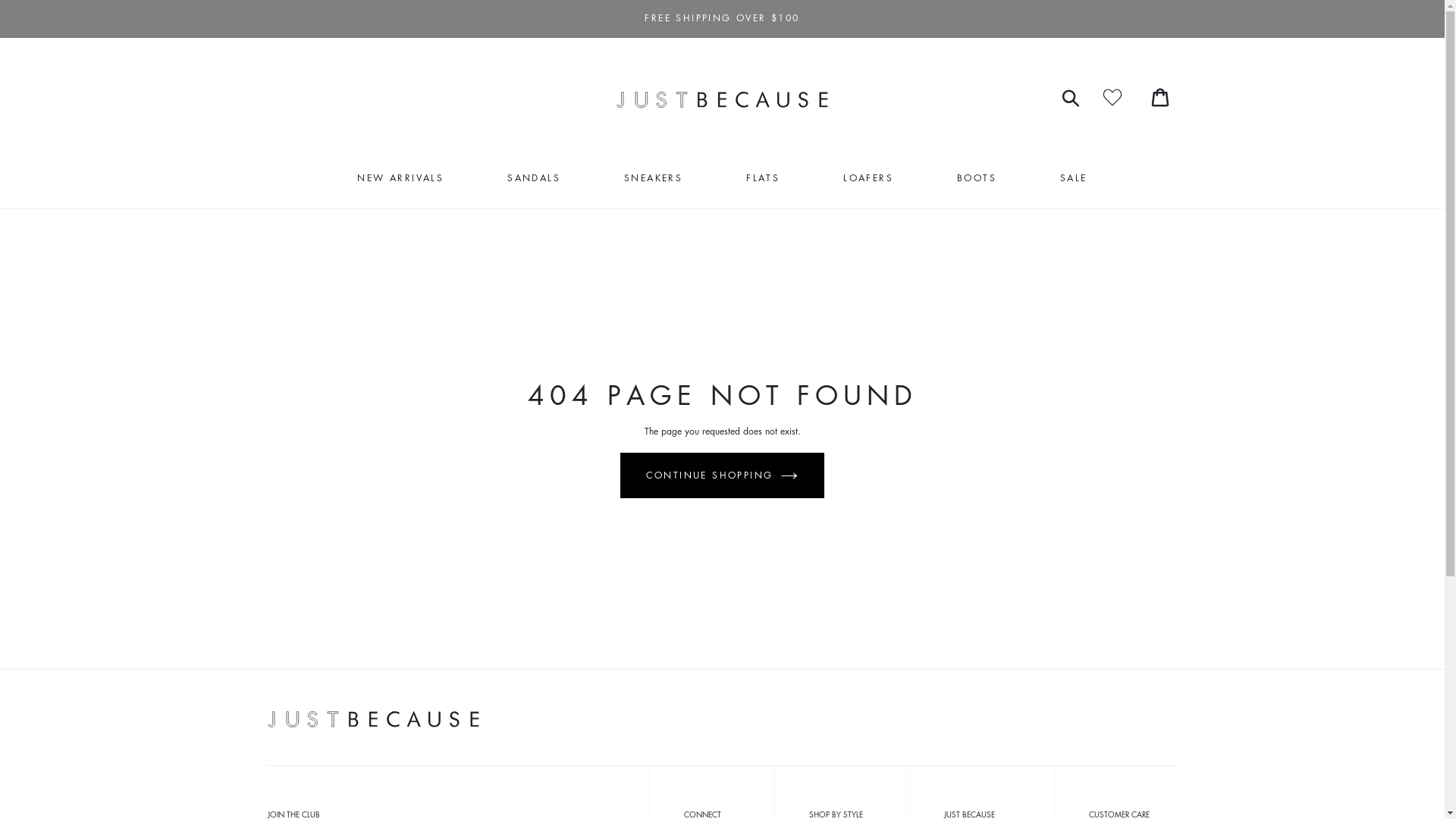 The image size is (1456, 819). What do you see at coordinates (653, 177) in the screenshot?
I see `'SNEAKERS'` at bounding box center [653, 177].